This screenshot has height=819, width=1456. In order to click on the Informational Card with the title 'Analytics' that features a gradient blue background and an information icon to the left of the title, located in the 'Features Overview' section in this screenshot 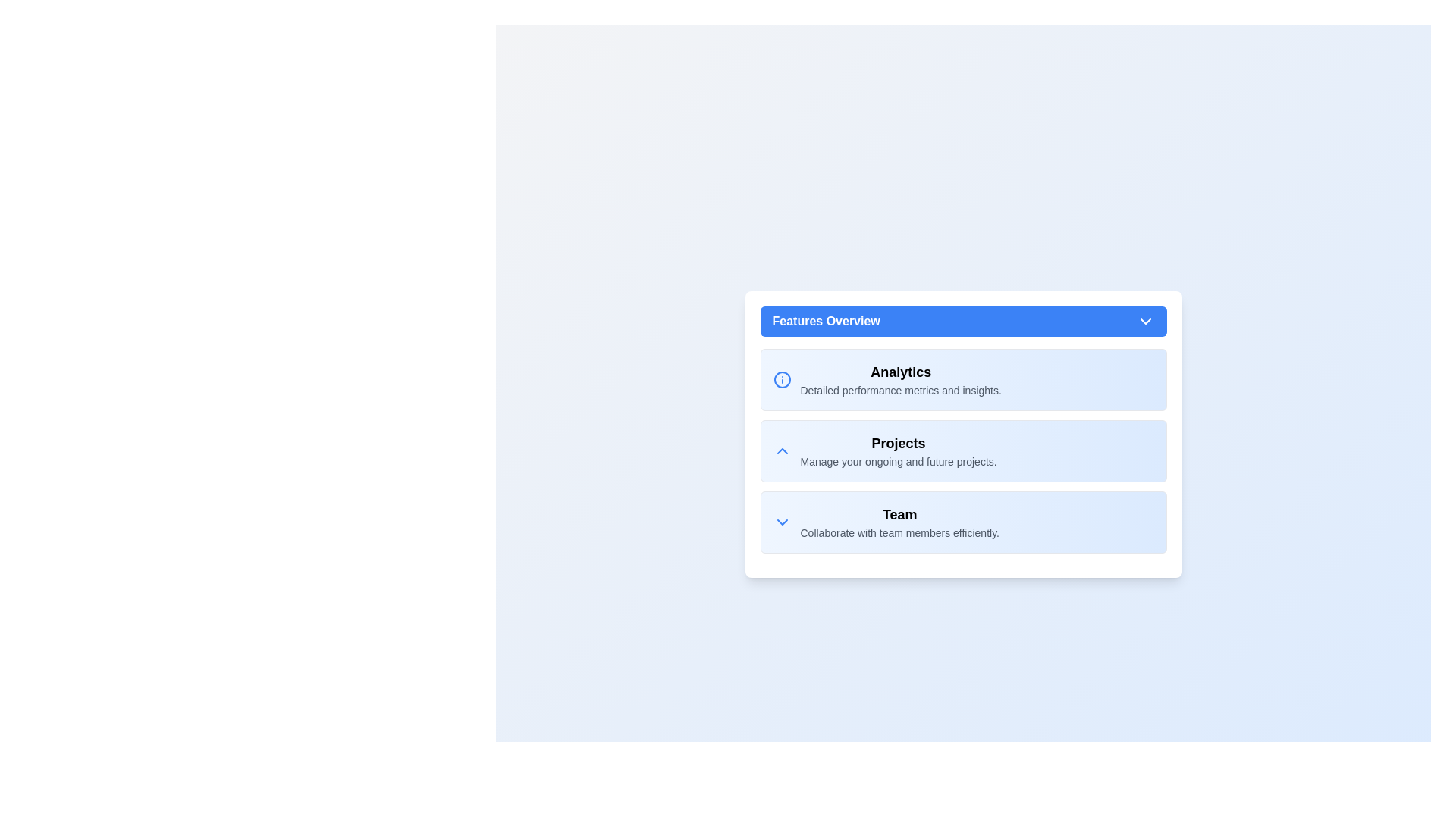, I will do `click(962, 379)`.